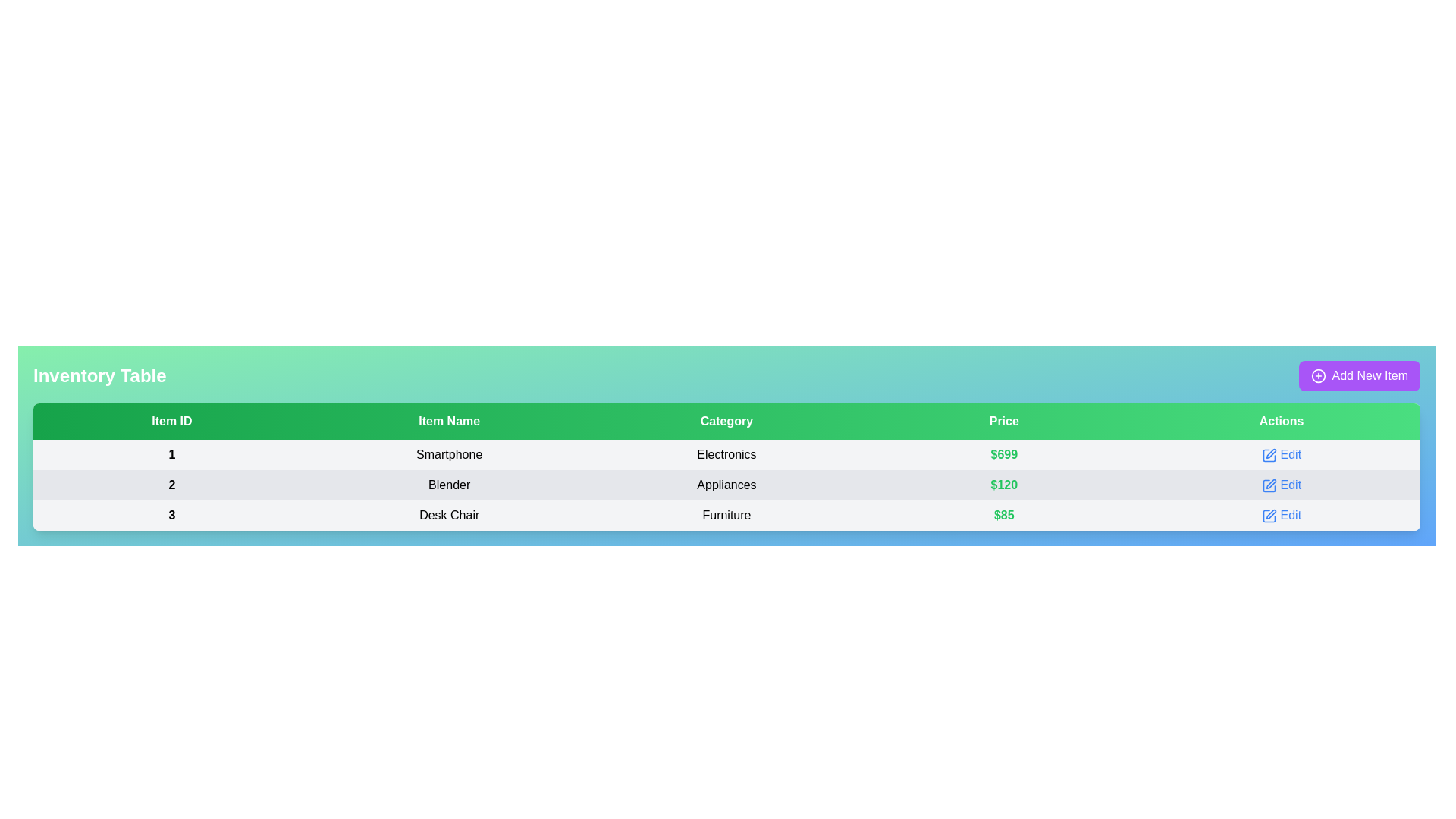 The height and width of the screenshot is (819, 1456). I want to click on the graphical icon representing an edit or customization action located in the farthest row under the 'Actions' column of the table, so click(1269, 515).